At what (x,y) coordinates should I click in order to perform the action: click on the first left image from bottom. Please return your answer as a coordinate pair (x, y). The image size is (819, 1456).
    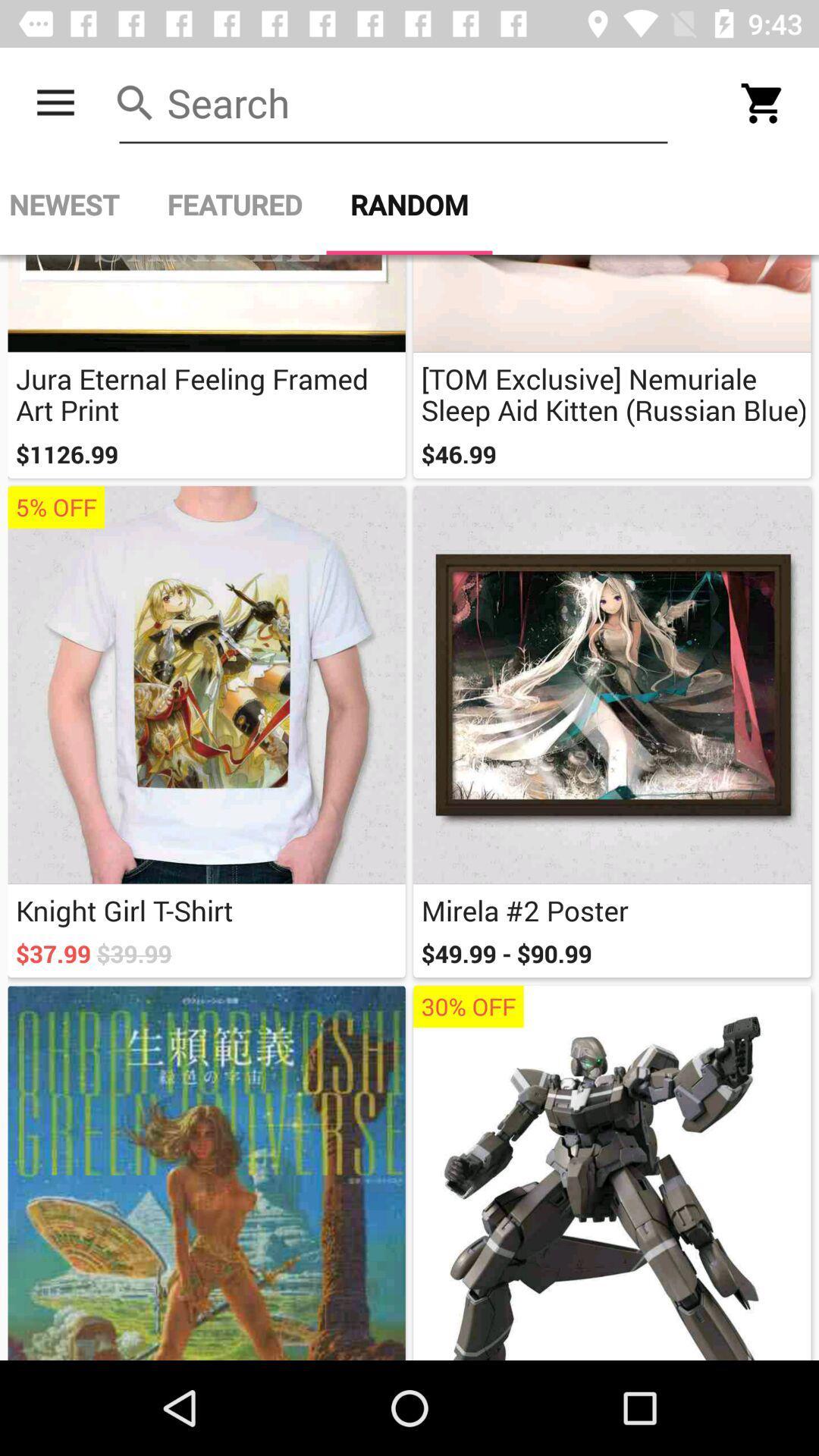
    Looking at the image, I should click on (207, 1172).